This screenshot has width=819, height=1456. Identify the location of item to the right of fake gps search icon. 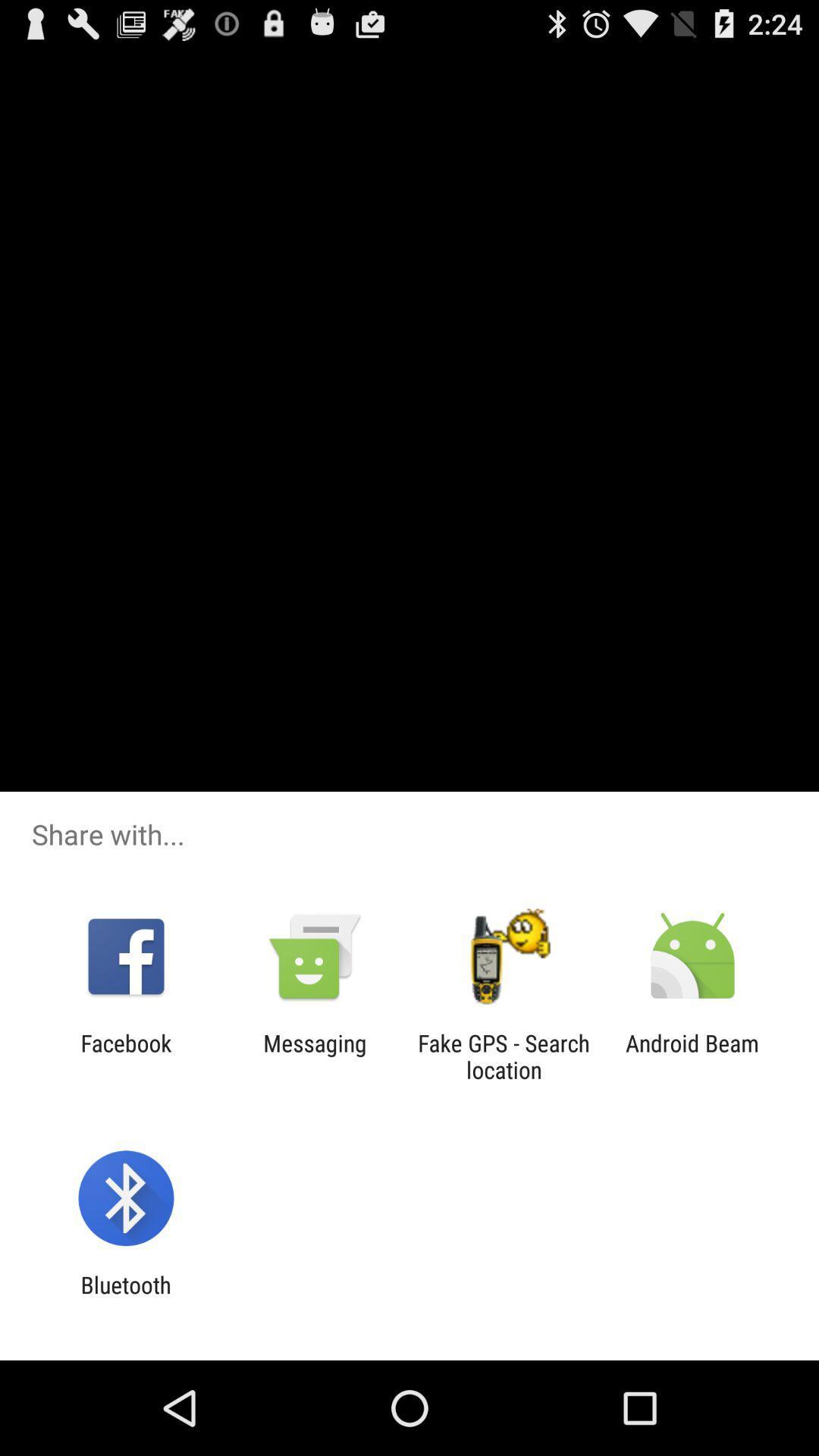
(692, 1056).